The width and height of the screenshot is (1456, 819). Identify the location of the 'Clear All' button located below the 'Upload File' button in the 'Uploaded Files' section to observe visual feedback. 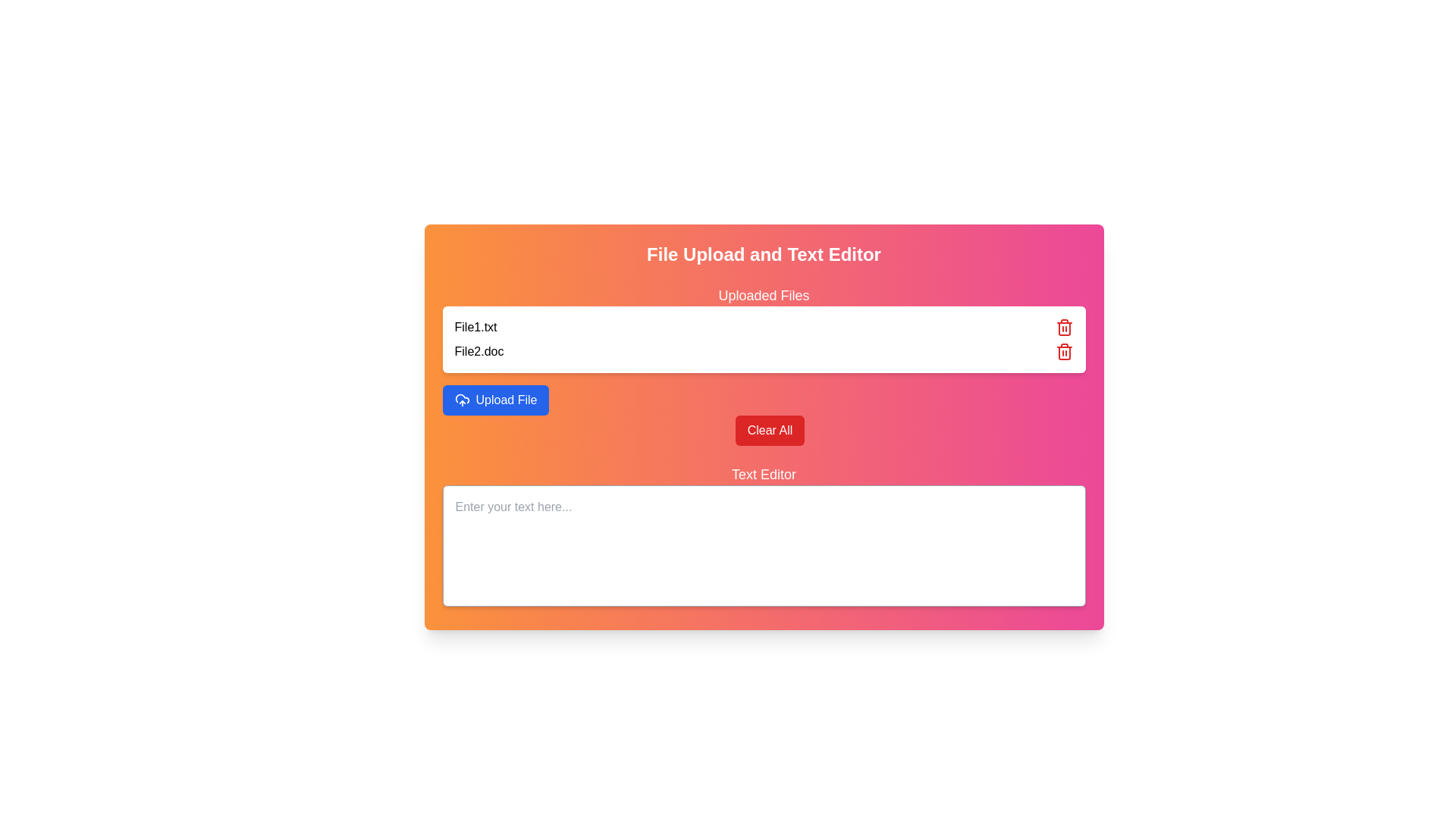
(770, 430).